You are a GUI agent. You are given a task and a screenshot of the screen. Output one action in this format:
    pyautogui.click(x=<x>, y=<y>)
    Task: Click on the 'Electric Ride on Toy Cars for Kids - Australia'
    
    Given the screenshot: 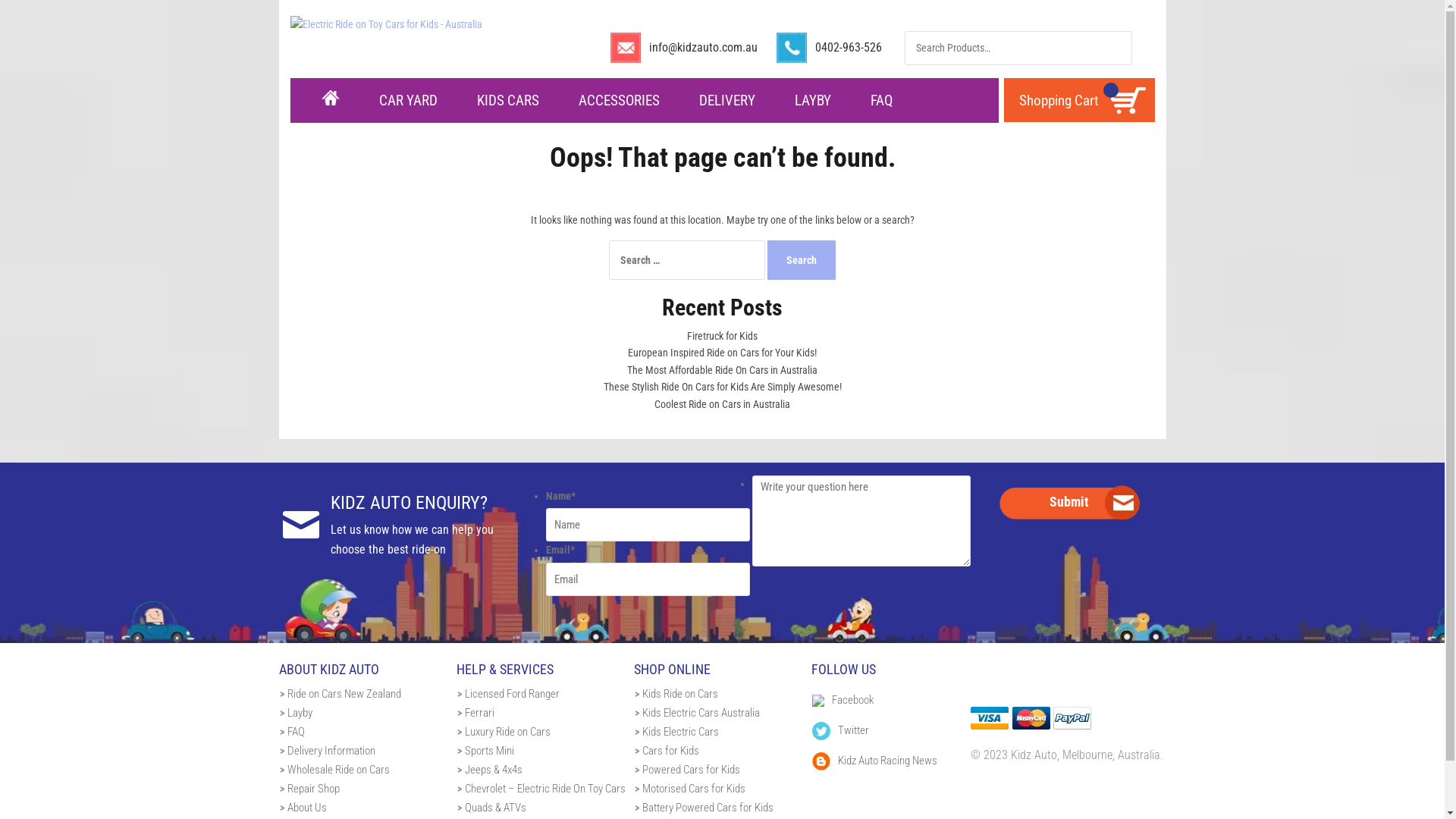 What is the action you would take?
    pyautogui.click(x=385, y=23)
    